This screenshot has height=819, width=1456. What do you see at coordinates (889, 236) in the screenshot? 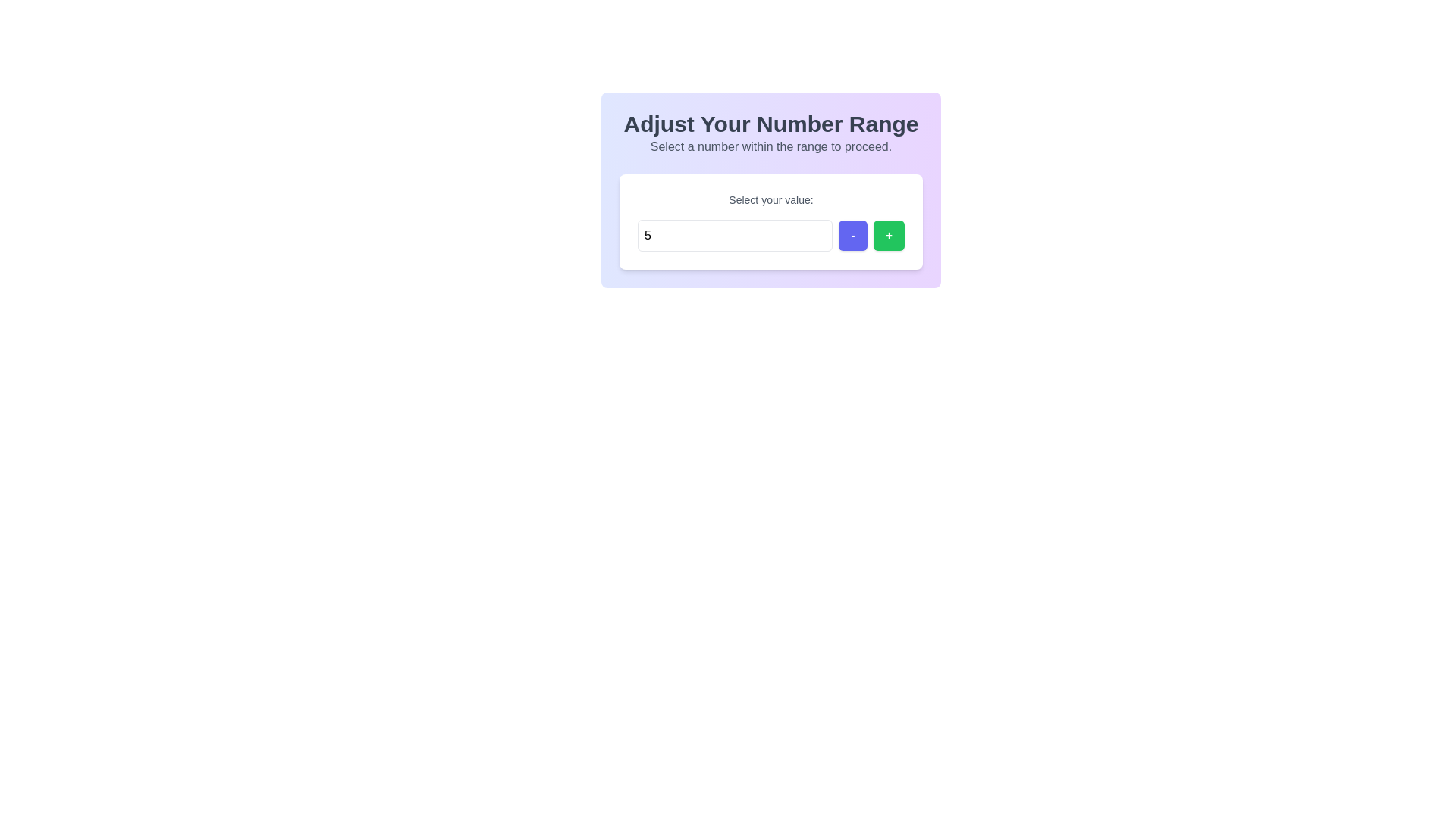
I see `the third button in the number selection interface to increment the numerical value displayed in the adjacent text input field` at bounding box center [889, 236].